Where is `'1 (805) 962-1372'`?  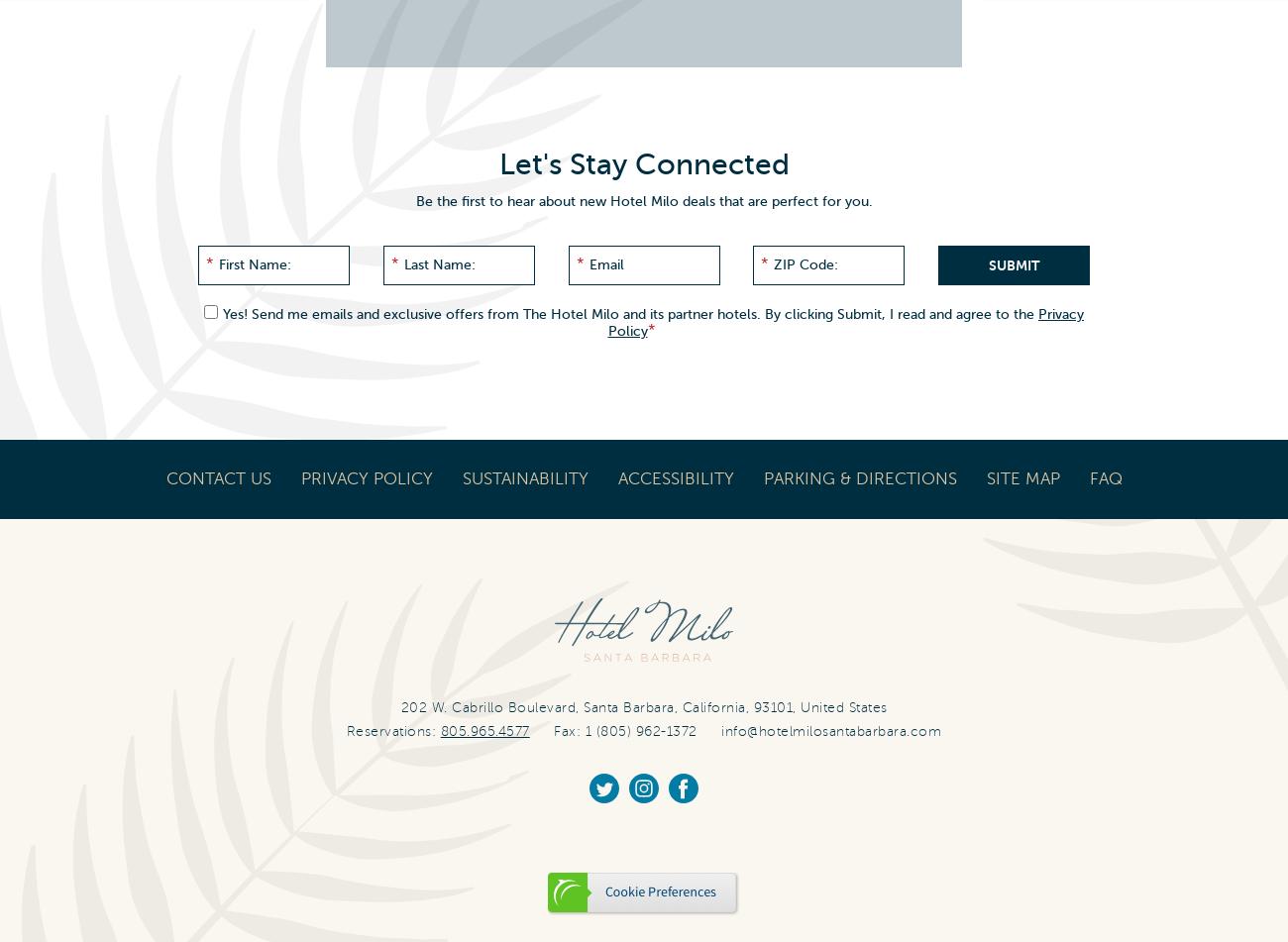
'1 (805) 962-1372' is located at coordinates (583, 729).